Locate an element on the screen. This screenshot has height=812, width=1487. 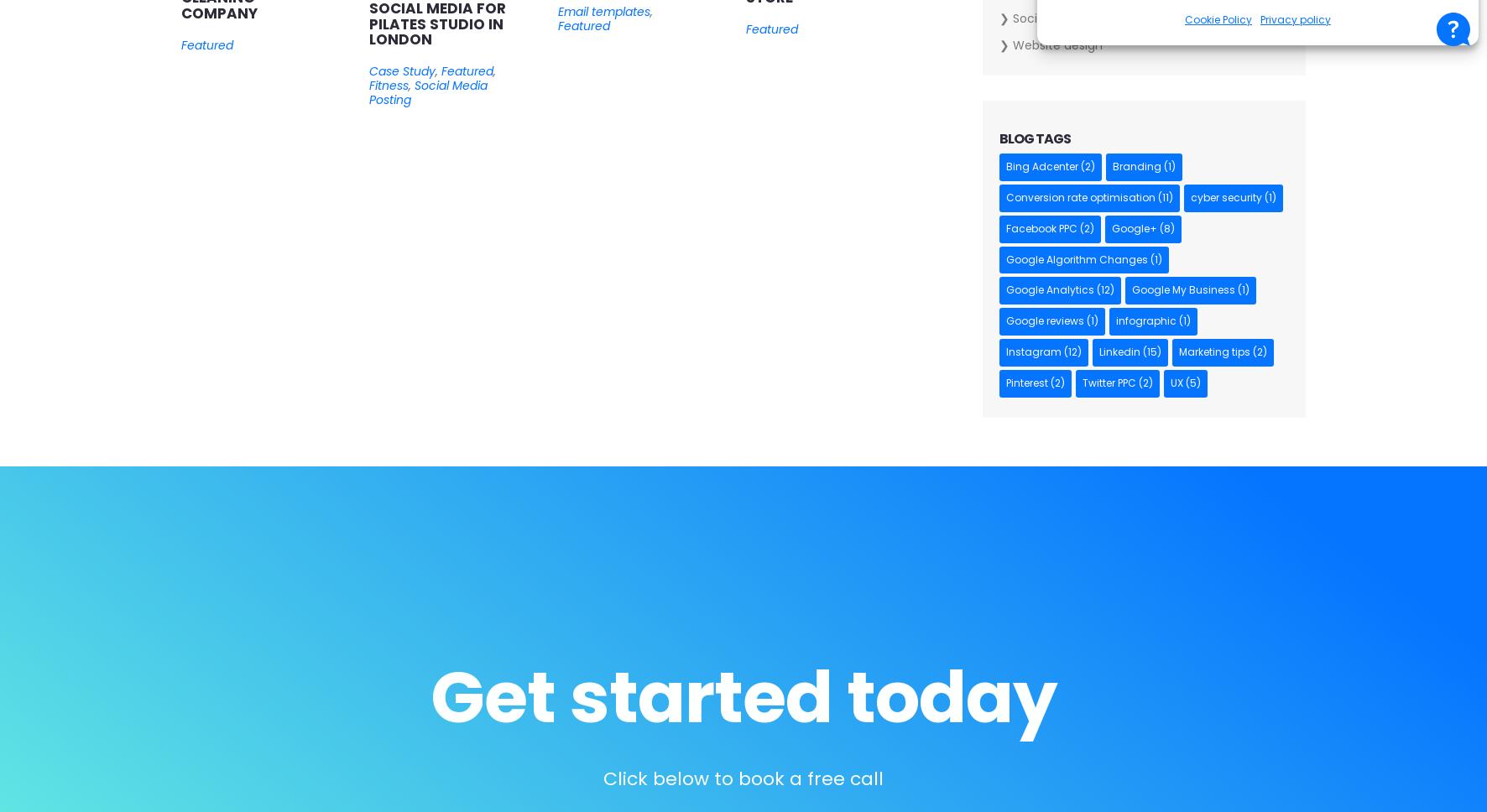
'Website design' is located at coordinates (1011, 44).